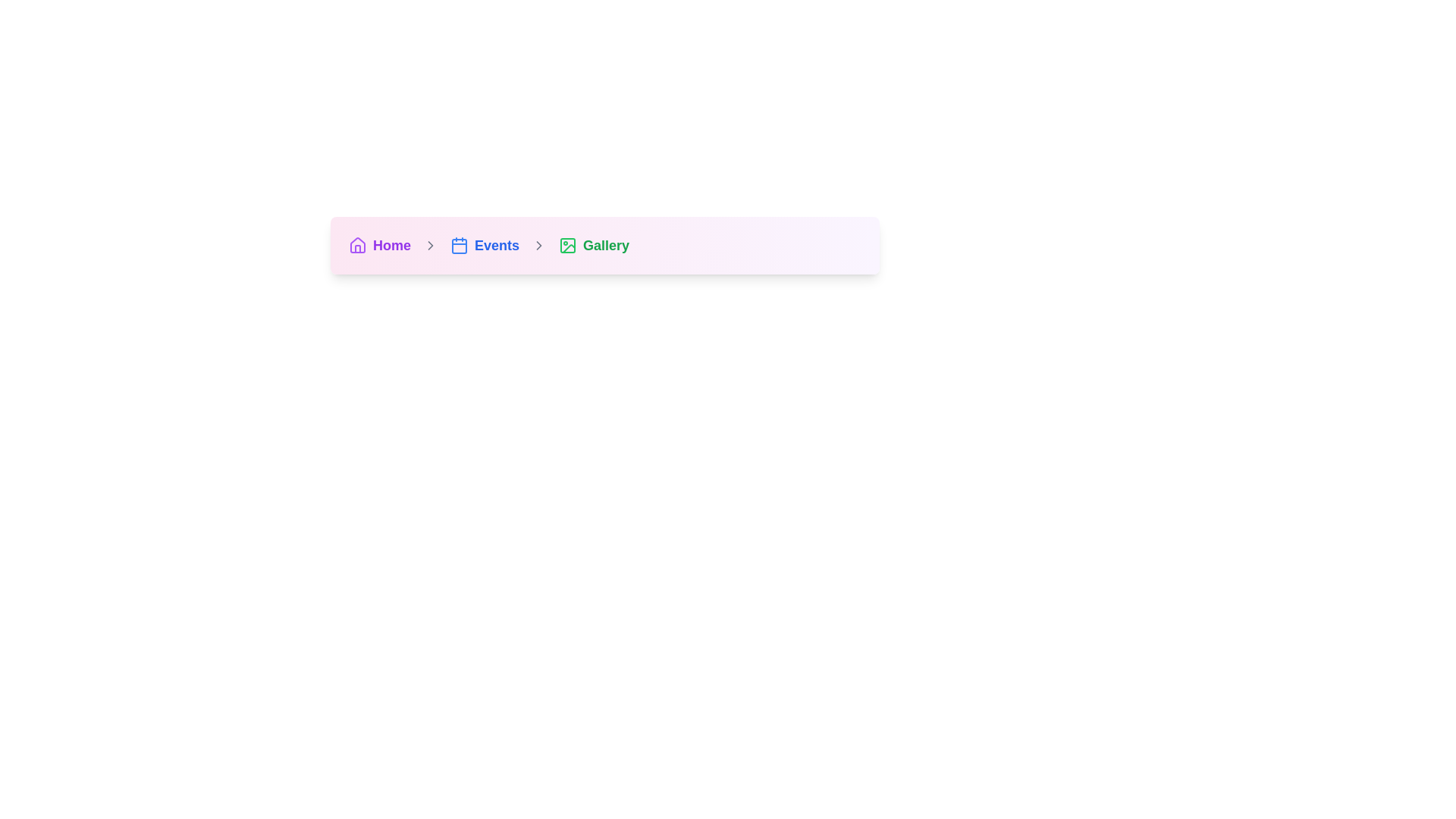 The width and height of the screenshot is (1456, 819). What do you see at coordinates (538, 245) in the screenshot?
I see `the rightward-pointing chevron icon that serves as a separator between the 'Events' and 'Gallery' sections in the breadcrumb navigation bar` at bounding box center [538, 245].